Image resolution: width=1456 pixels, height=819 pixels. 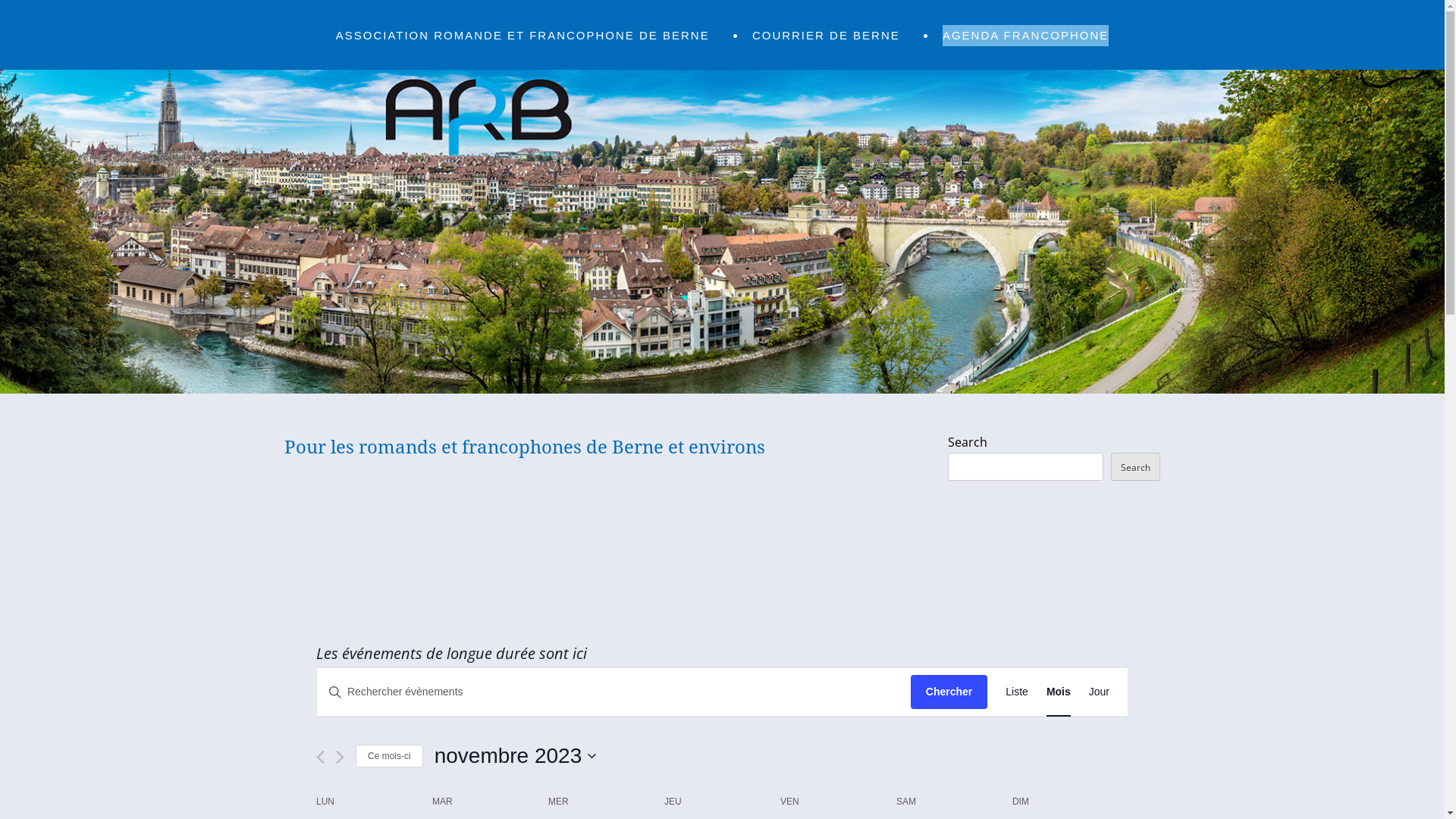 What do you see at coordinates (339, 757) in the screenshot?
I see `'Mois suivant'` at bounding box center [339, 757].